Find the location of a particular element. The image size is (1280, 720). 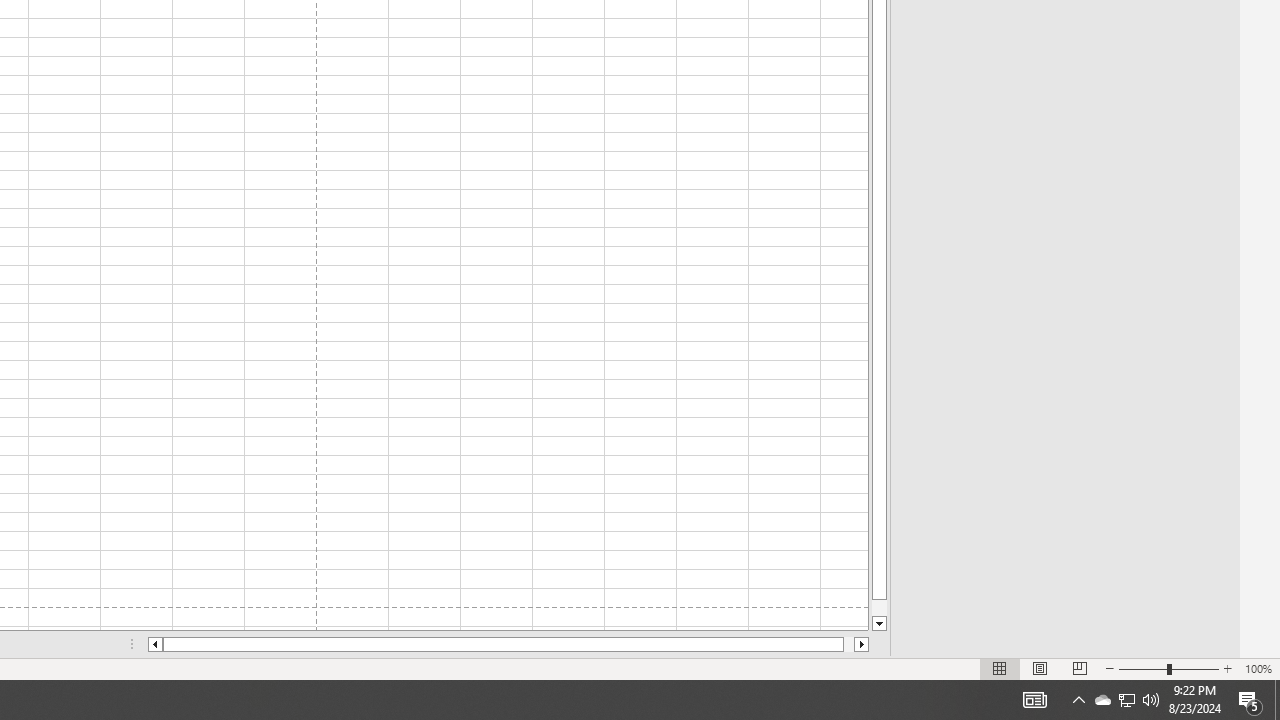

'Page down' is located at coordinates (879, 607).